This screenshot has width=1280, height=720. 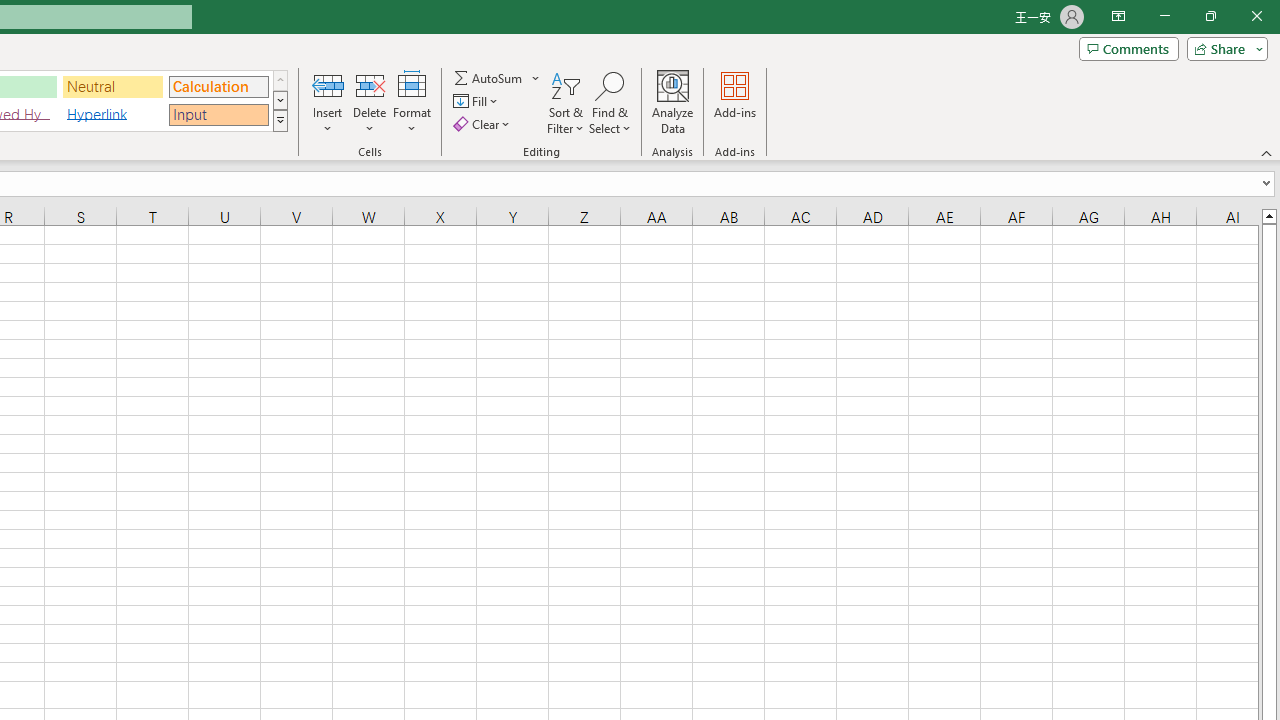 I want to click on 'Find & Select', so click(x=609, y=103).